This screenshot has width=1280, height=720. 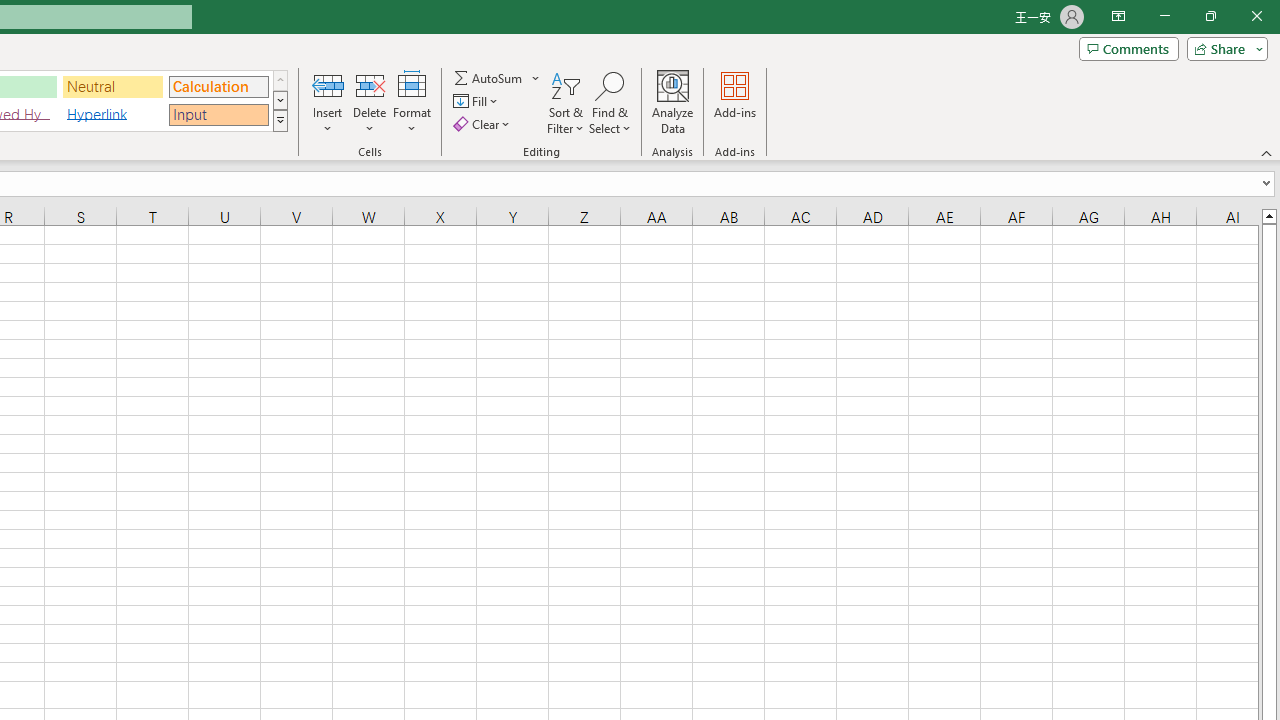 I want to click on 'Find & Select', so click(x=609, y=103).